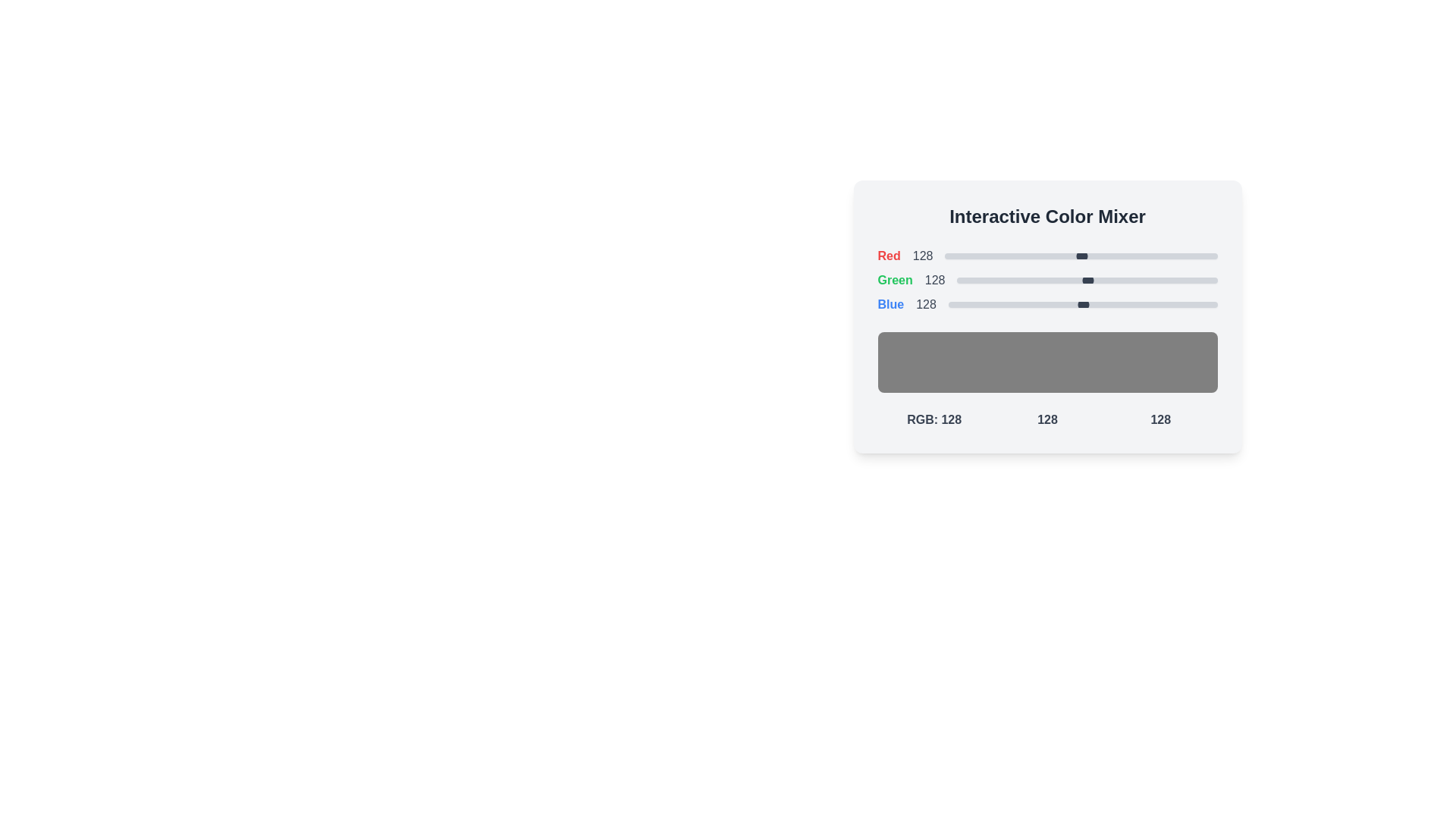 The image size is (1456, 819). I want to click on the blue value, so click(1149, 304).